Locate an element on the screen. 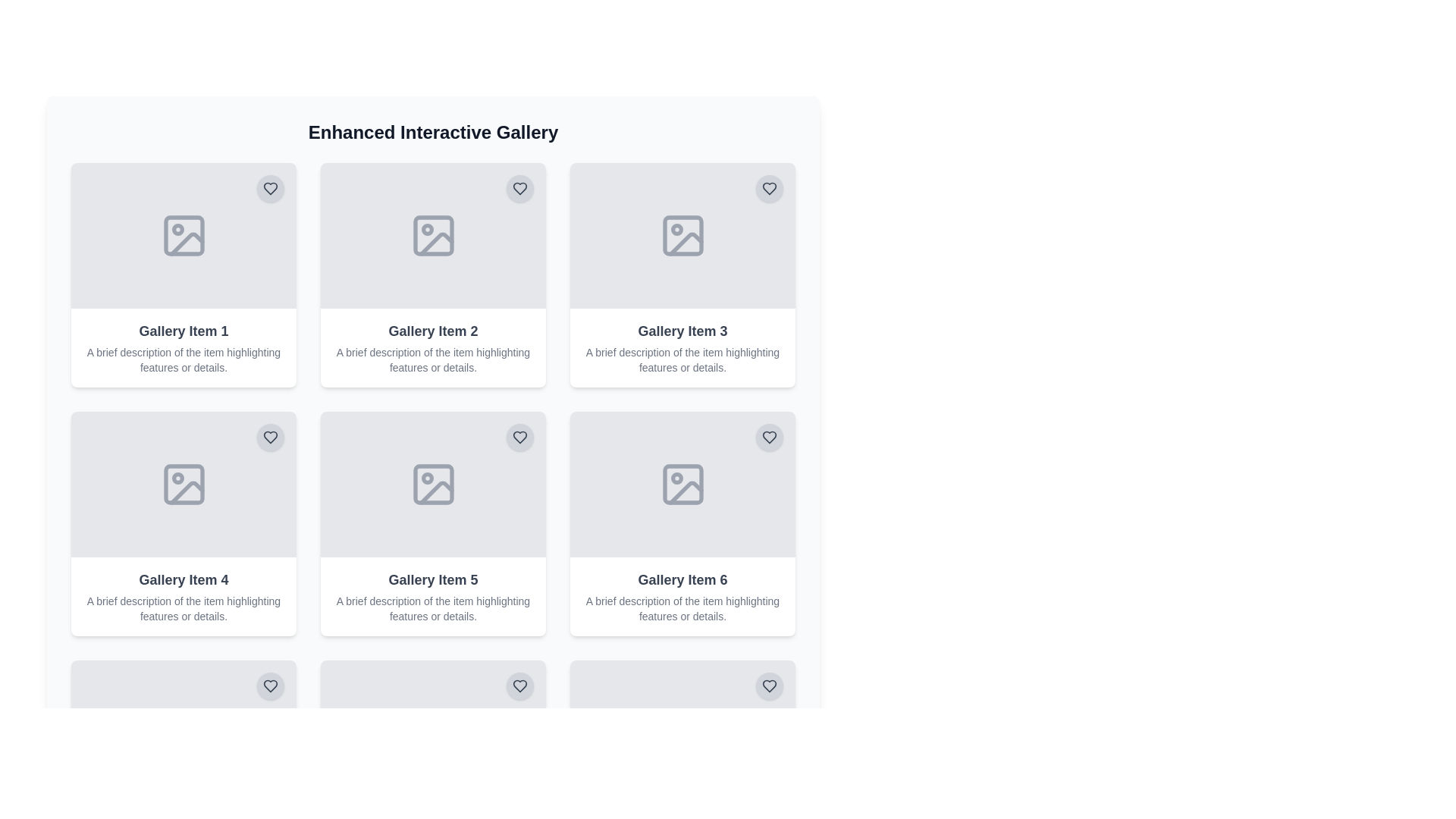 The width and height of the screenshot is (1456, 819). the circular button with a heart-shaped icon in the center, located in the top-right corner of the card labeled 'Gallery Item 4', to favorite the item is located at coordinates (270, 438).